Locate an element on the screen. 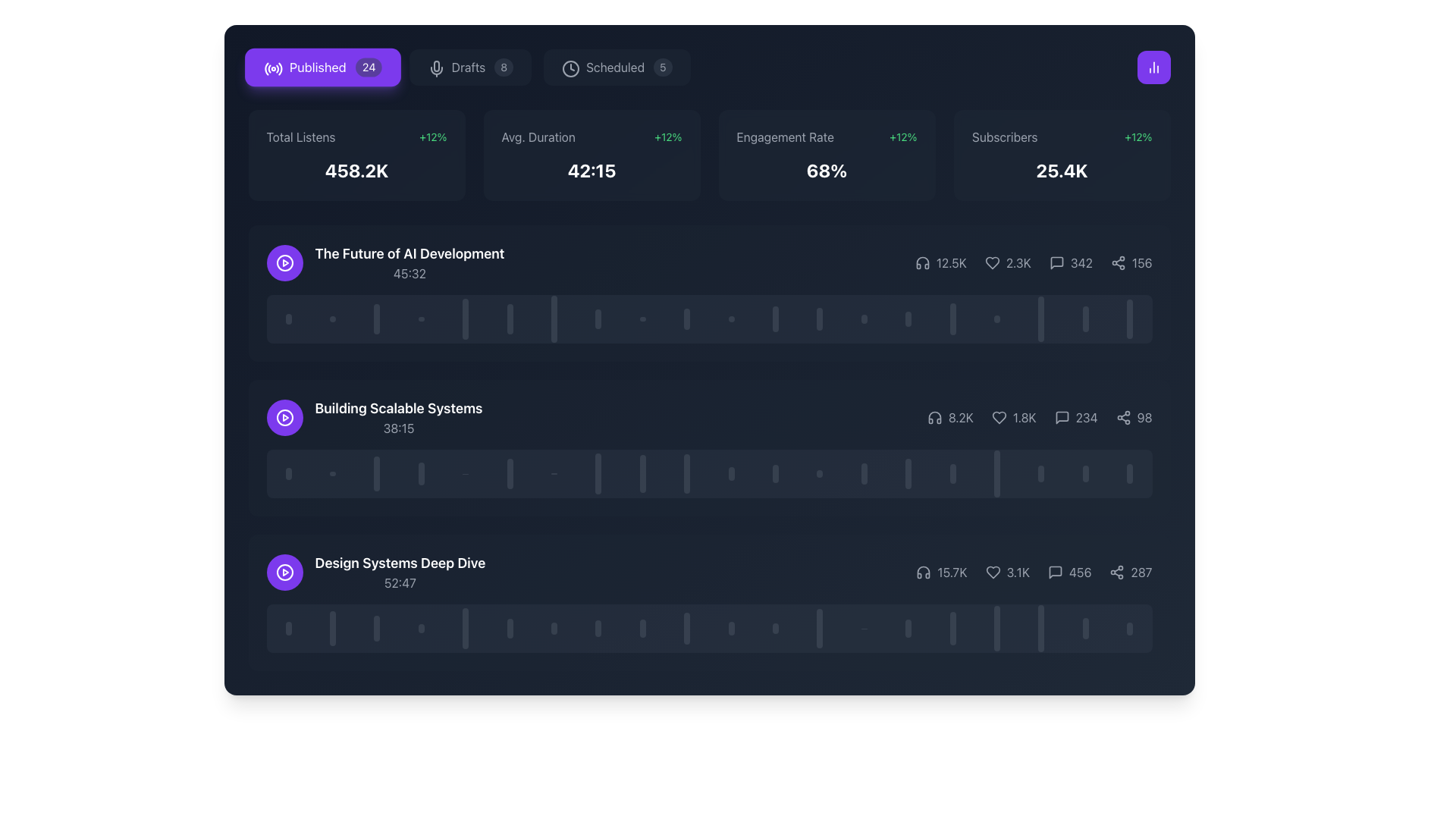  the first visual indicator (a small vertical bar with rounded edges, semi-transparent dark gray color) located to the left in the horizontal bar below the title 'The Future of AI Development' is located at coordinates (288, 318).